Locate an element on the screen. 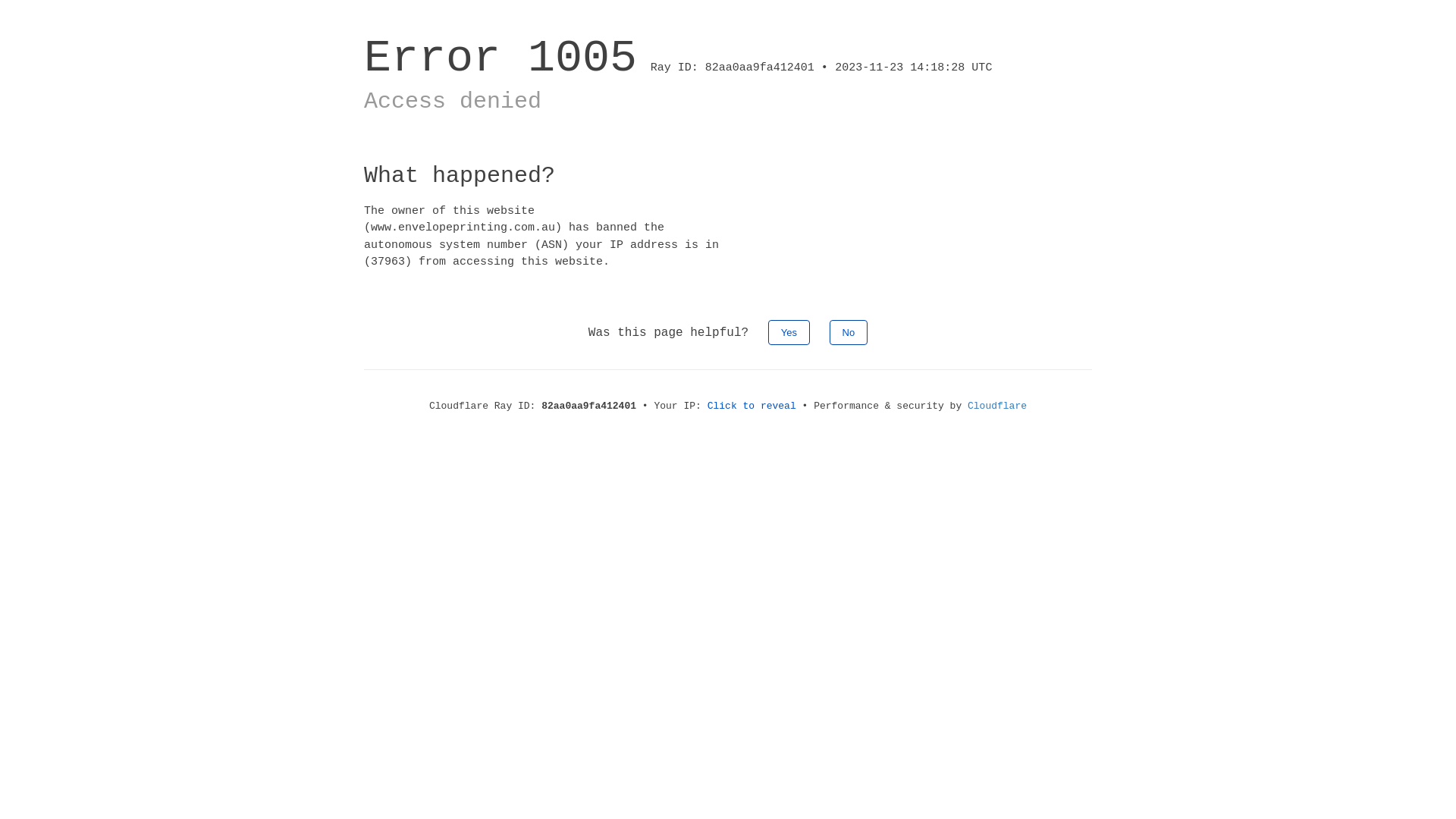  'Yes' is located at coordinates (789, 331).